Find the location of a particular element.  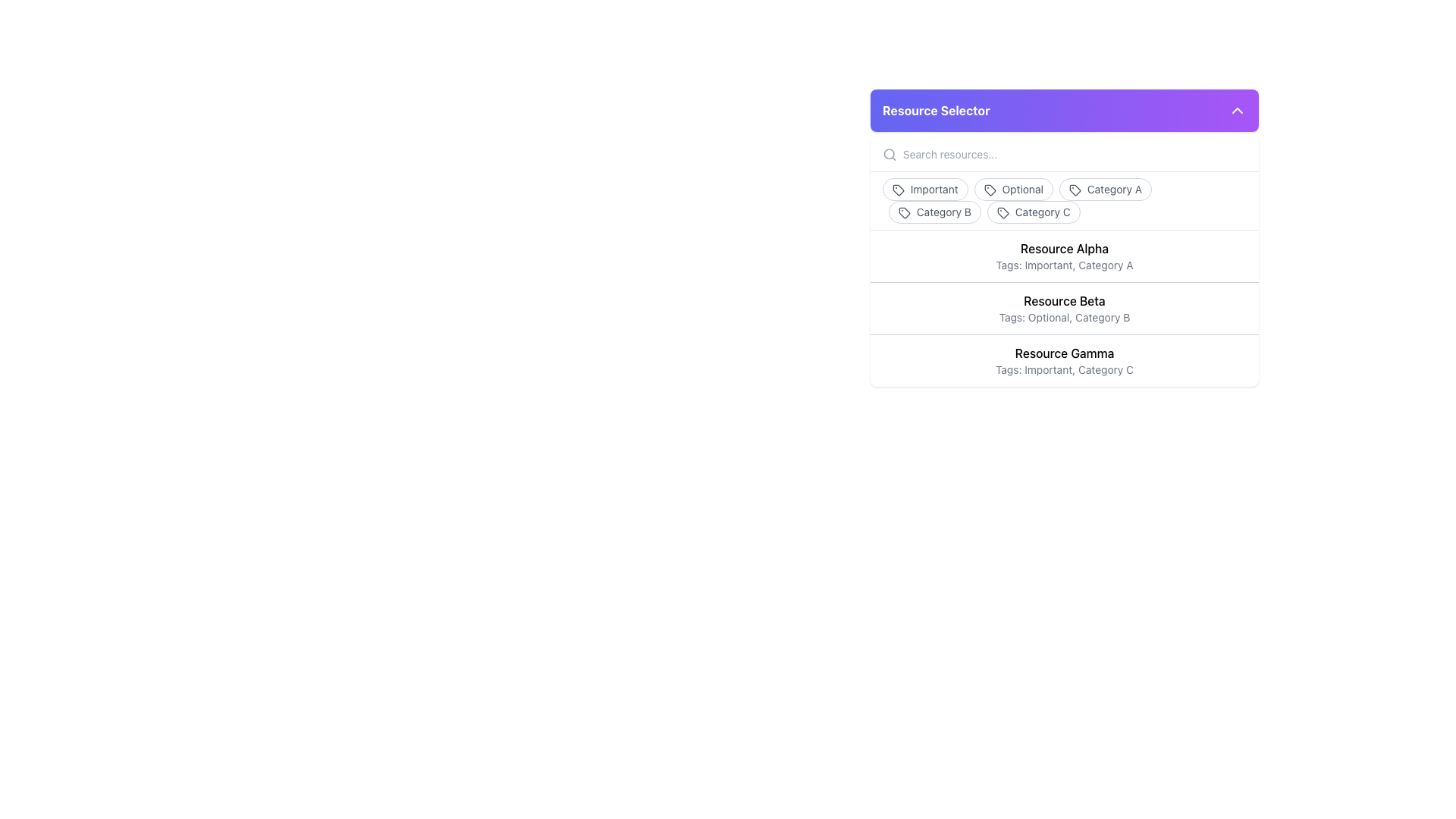

the search icon located at the far left of the 'Resource Selector' section, which indicates the search functionality of the associated input field is located at coordinates (890, 155).